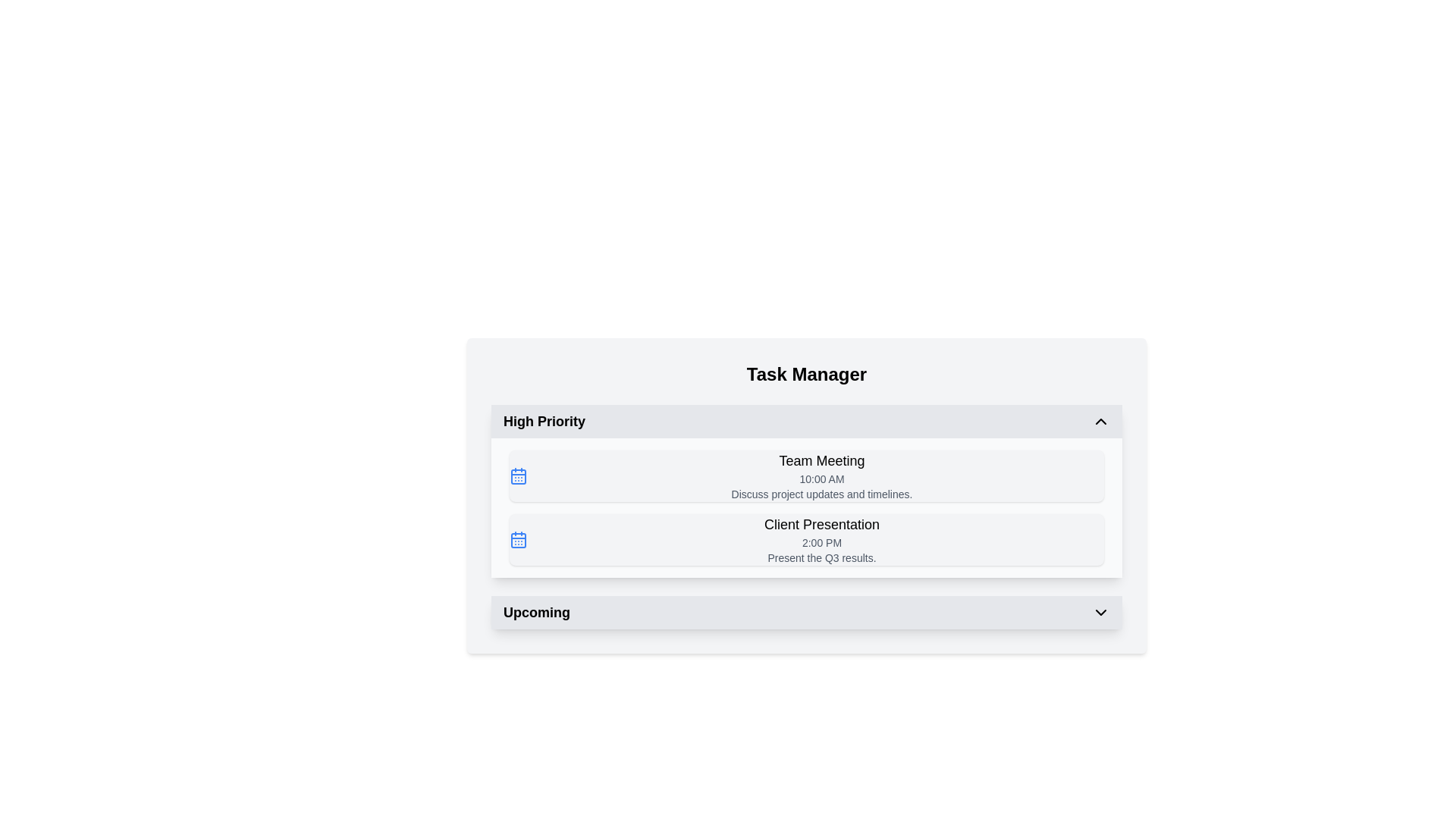 The image size is (1456, 819). What do you see at coordinates (806, 539) in the screenshot?
I see `the card labeled 'Client Presentation' that contains a calendar icon and details about the meeting, located in the 'High Priority' section of the task manager interface` at bounding box center [806, 539].